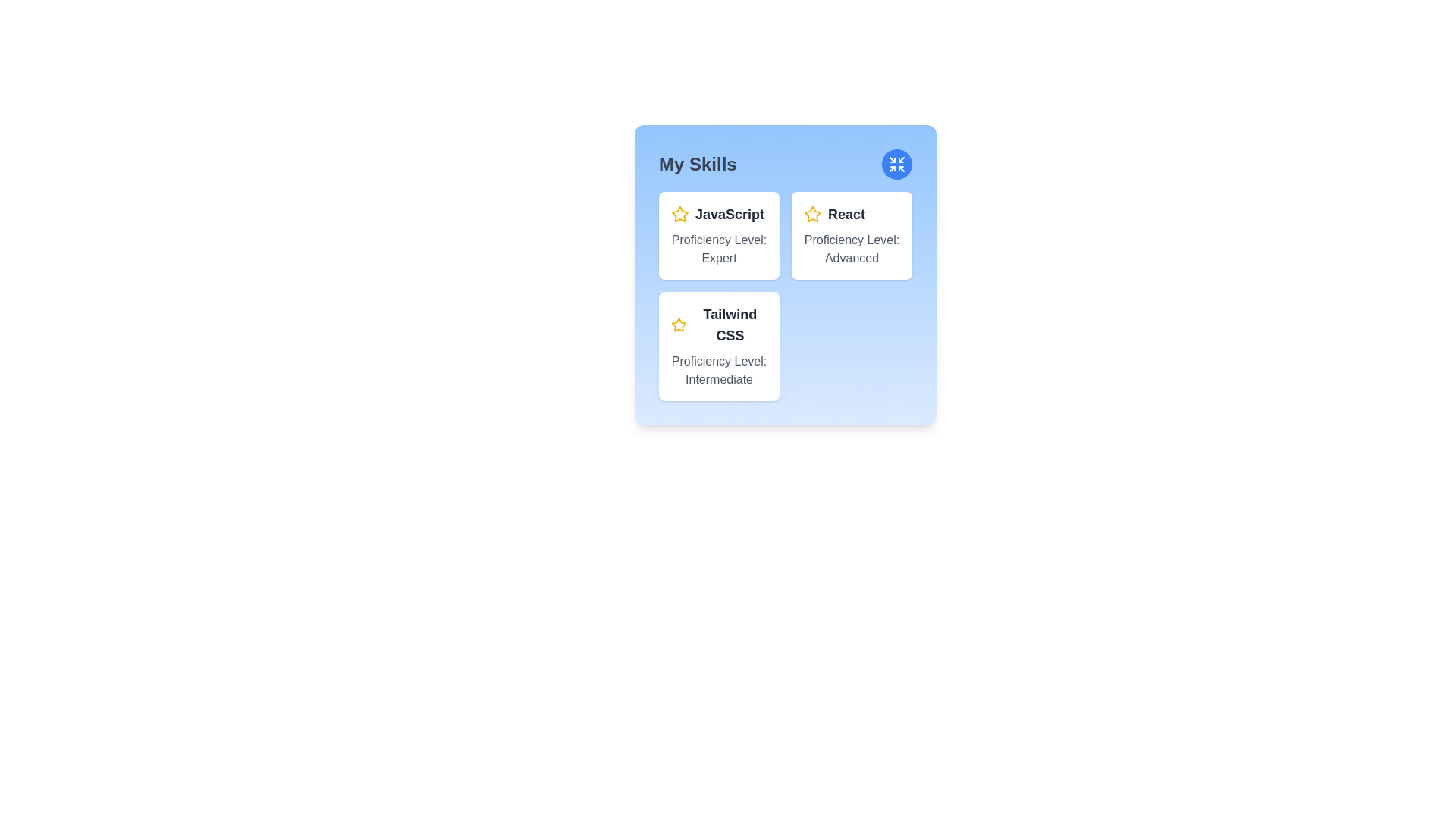  Describe the element at coordinates (718, 236) in the screenshot. I see `the skill card indicating proficiency in JavaScript at an 'Expert' level, located in the top-left block of the skill cards grid below 'My Skills'` at that location.